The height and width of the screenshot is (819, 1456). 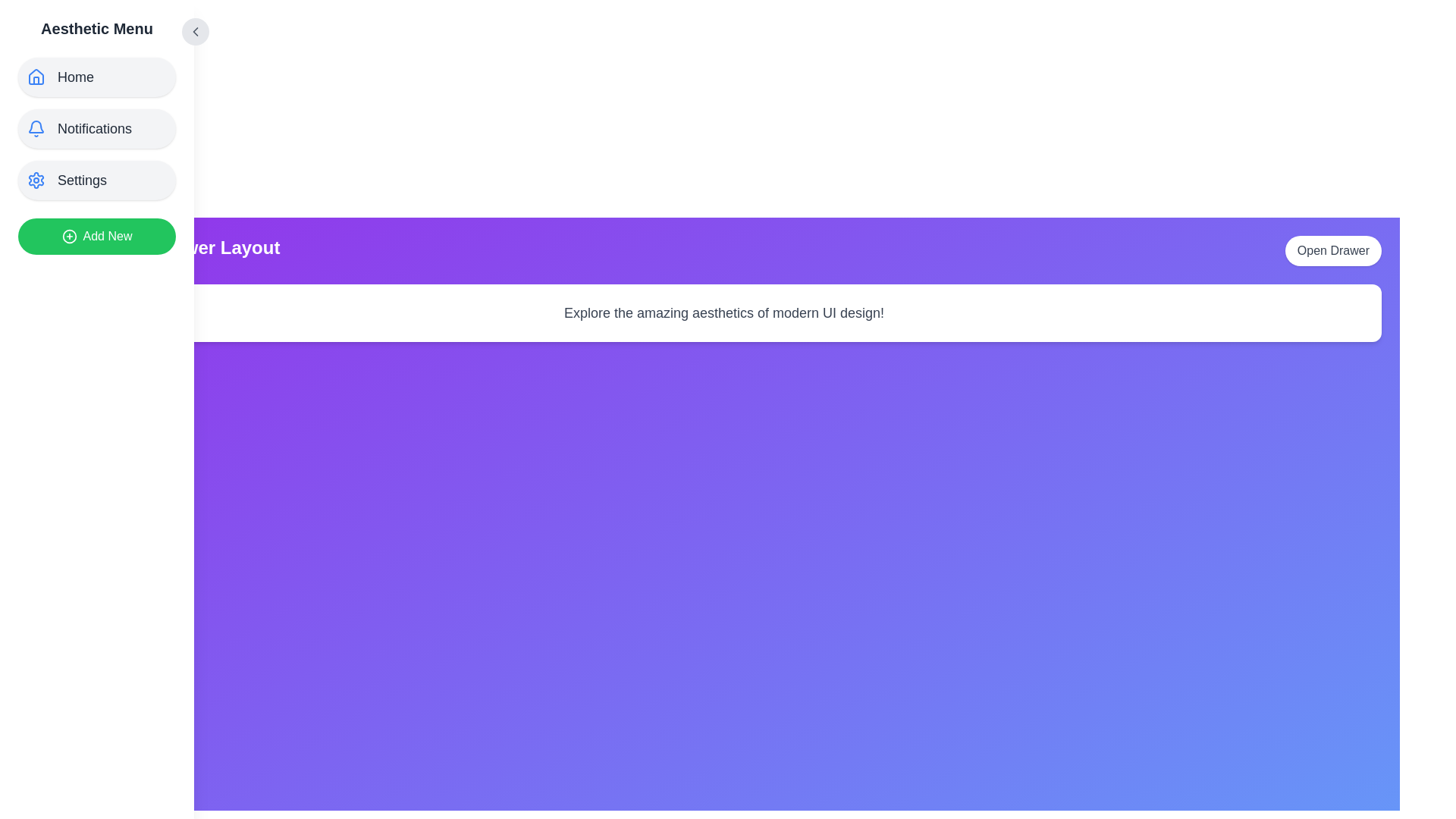 What do you see at coordinates (96, 180) in the screenshot?
I see `the 'Settings' button in the sidebar menu` at bounding box center [96, 180].